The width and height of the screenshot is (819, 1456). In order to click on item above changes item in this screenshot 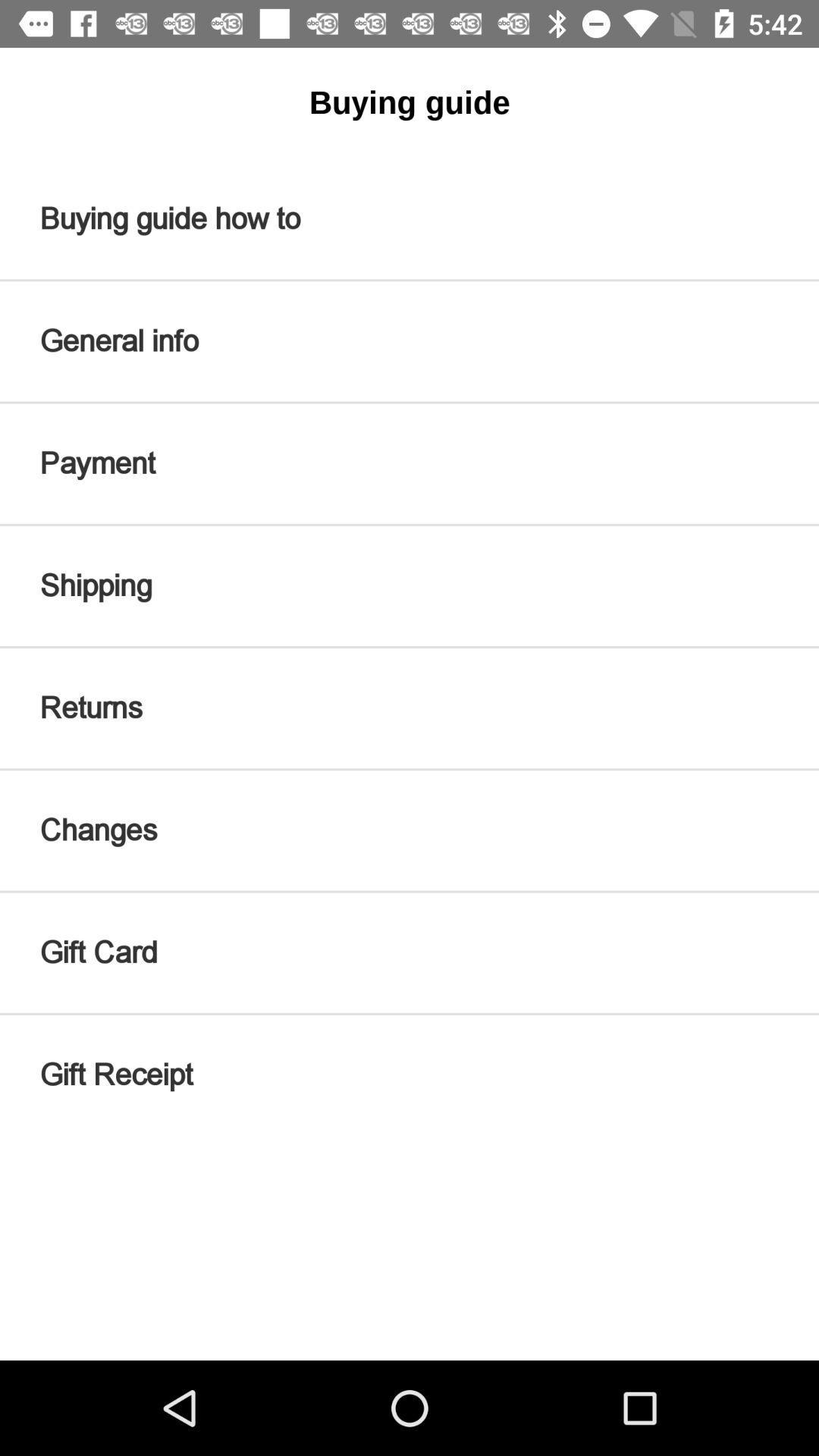, I will do `click(409, 708)`.